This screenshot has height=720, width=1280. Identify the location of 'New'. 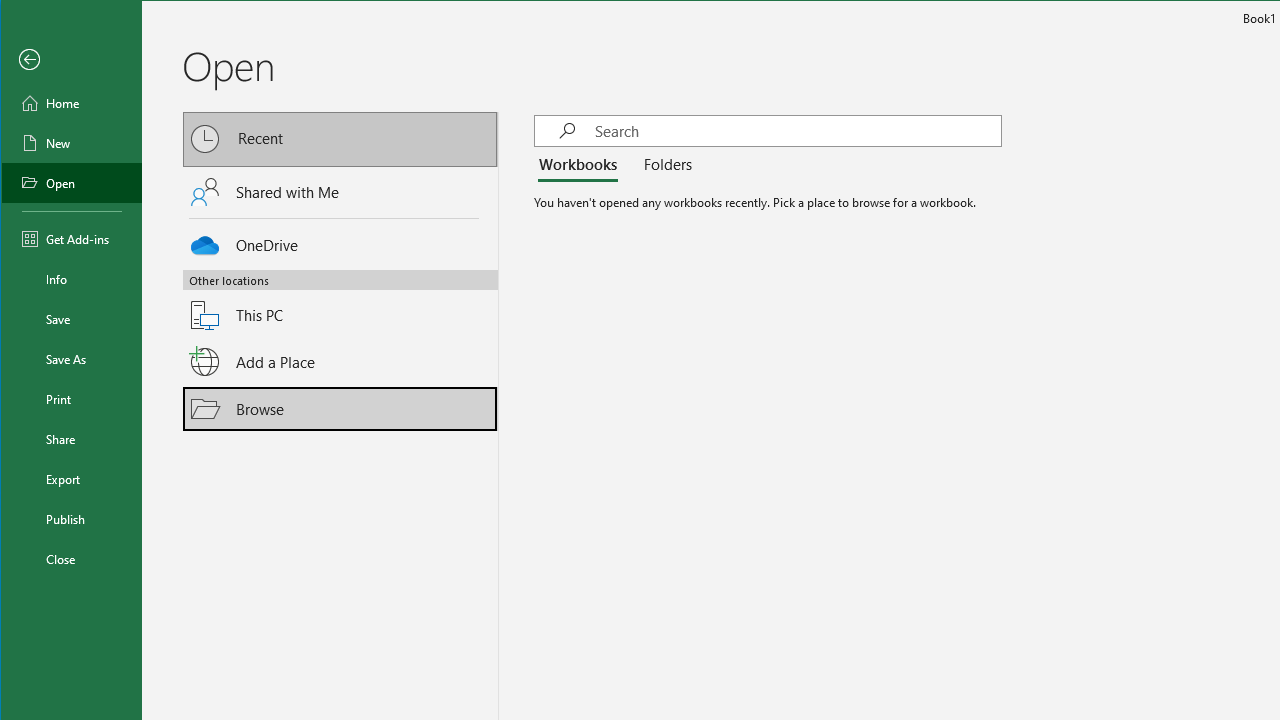
(72, 141).